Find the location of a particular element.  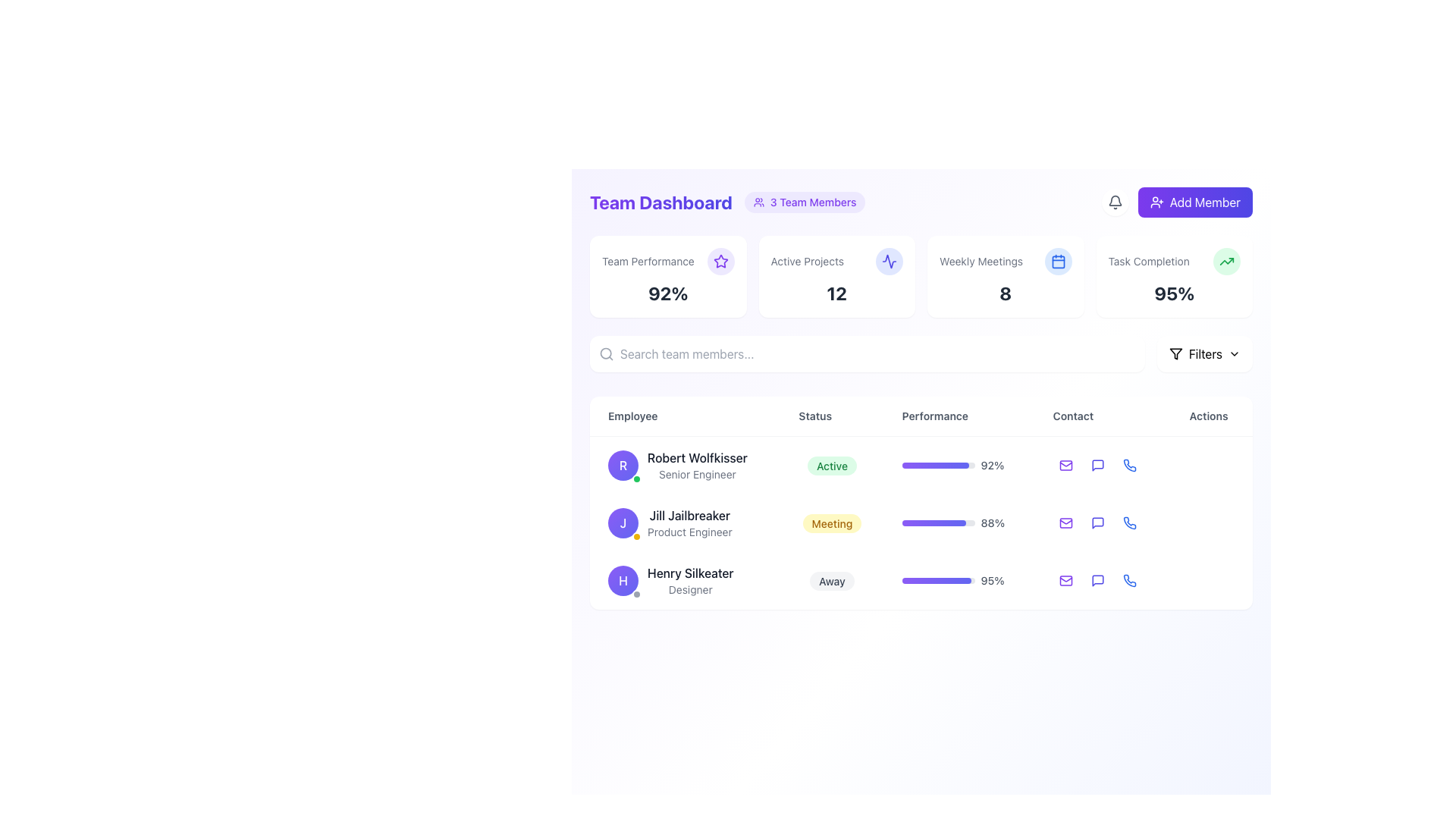

the violet-colored mail icon in the 'Contact' column of the second row corresponding to 'Jill Jailbreaker' is located at coordinates (1065, 522).